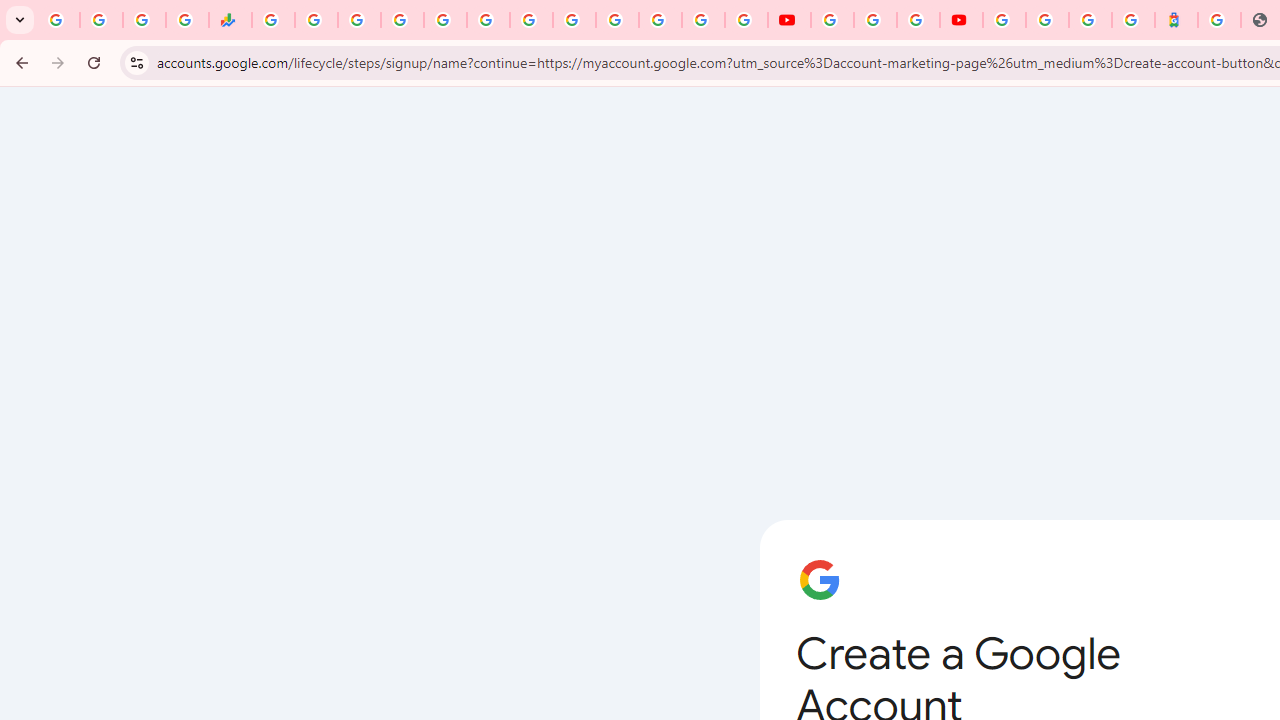  I want to click on 'Google Account Help', so click(875, 20).